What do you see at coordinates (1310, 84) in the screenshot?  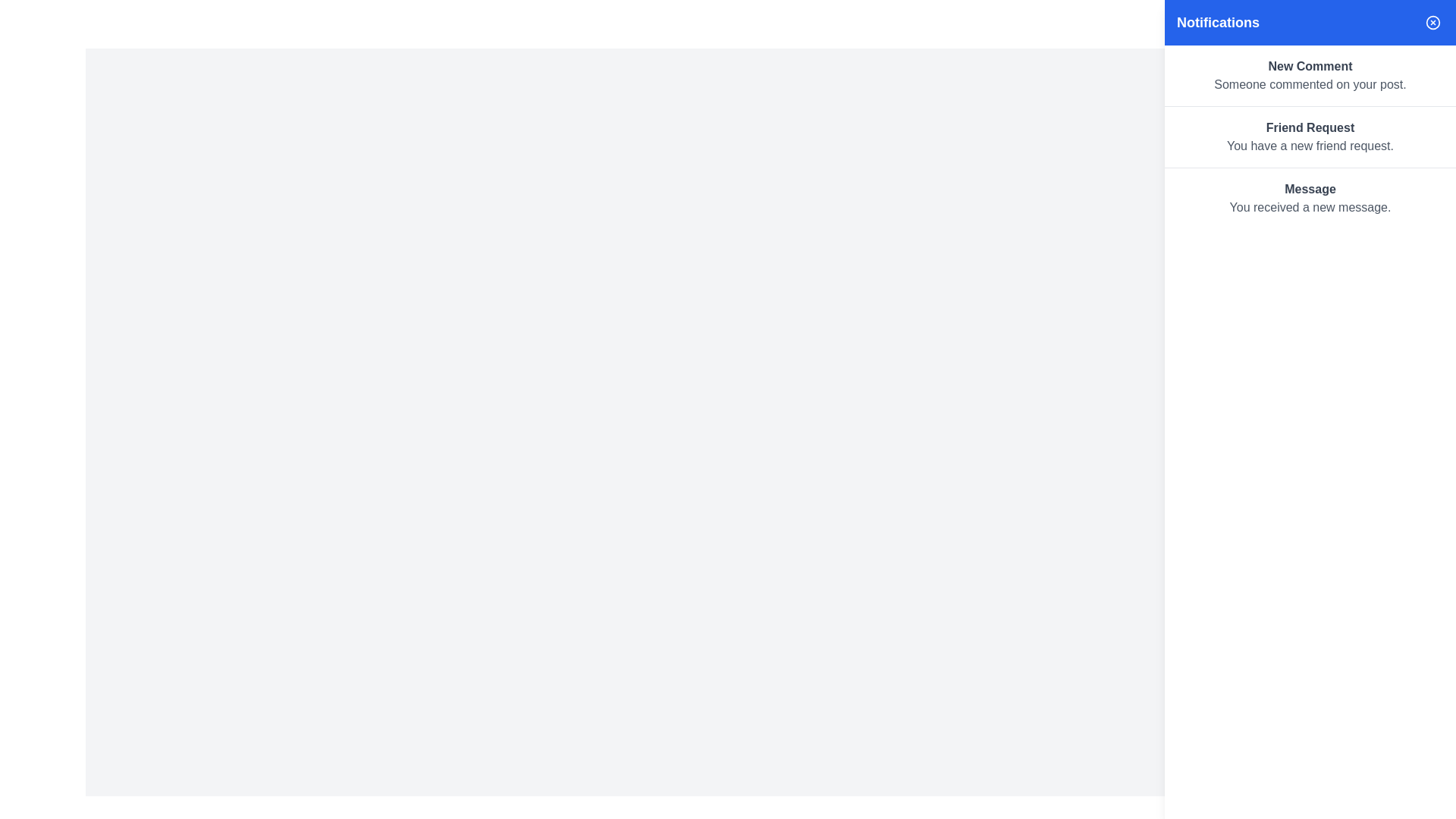 I see `the text label that reads 'Someone commented on your post.' which is displayed in a smaller gray font below the bolded text 'New Comment.'` at bounding box center [1310, 84].